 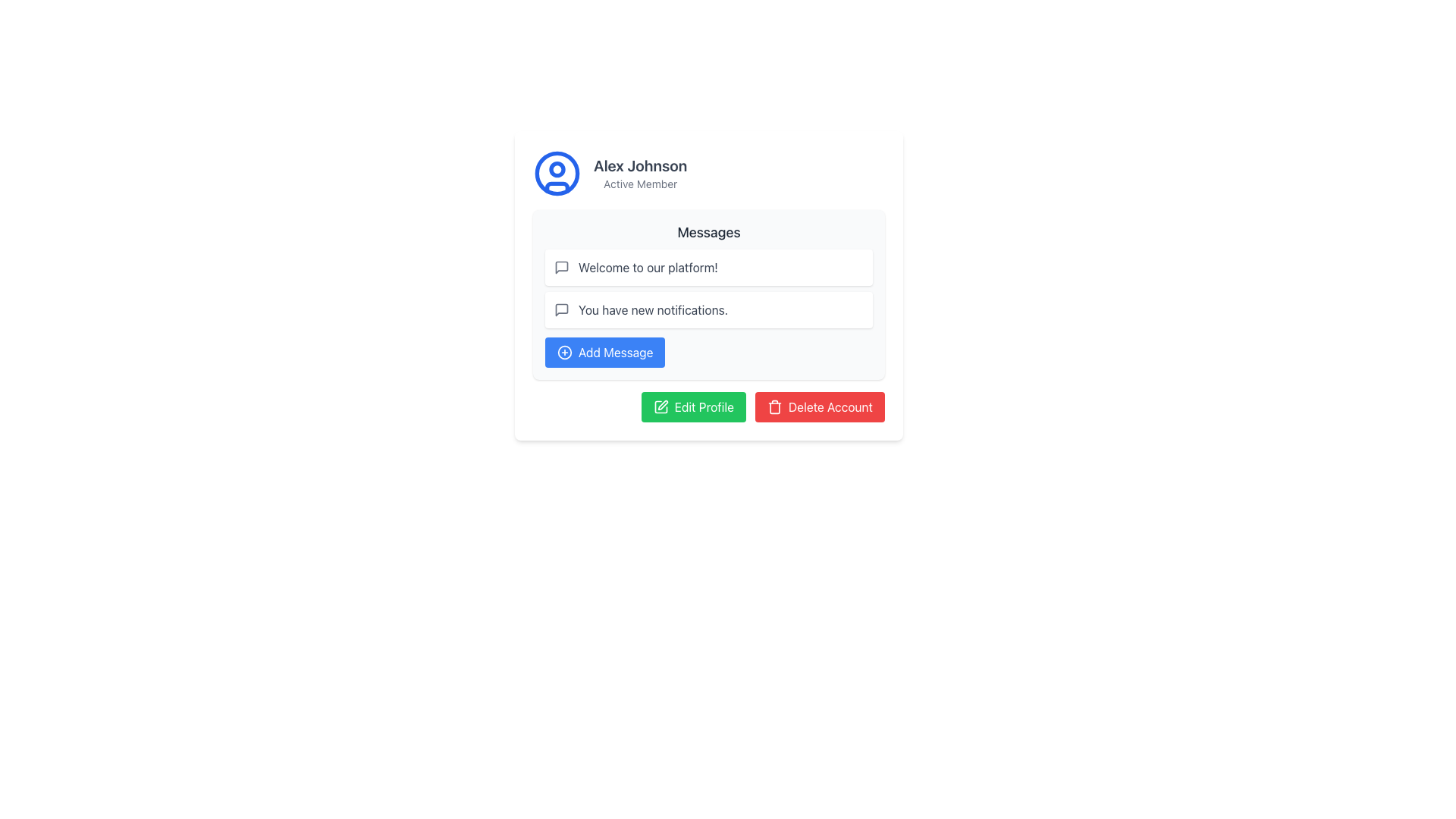 What do you see at coordinates (775, 406) in the screenshot?
I see `the deletion icon located on the leftmost side of the 'Delete Account' button` at bounding box center [775, 406].